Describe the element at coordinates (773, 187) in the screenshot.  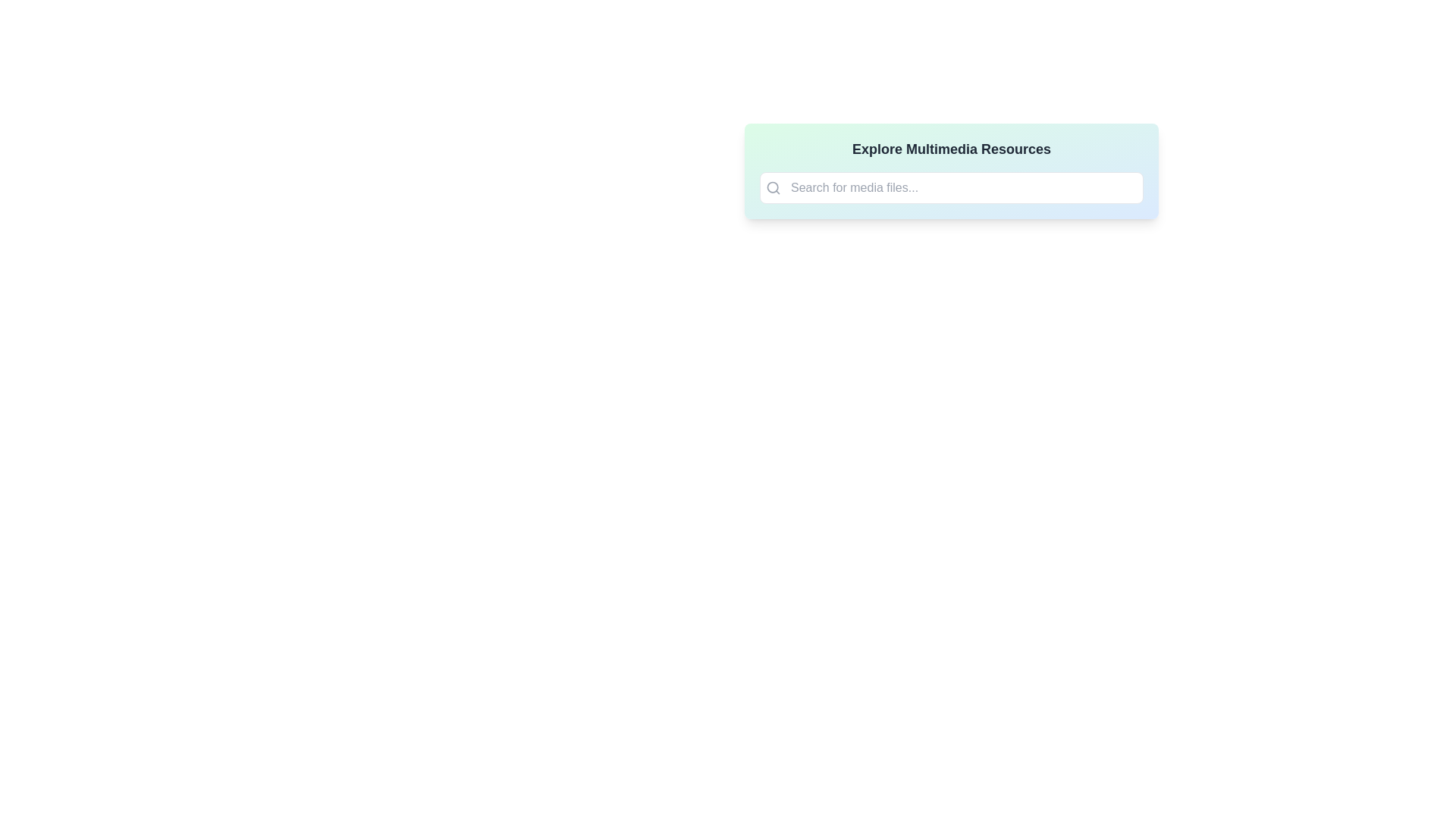
I see `the decorative element representing the lens of the magnifying glass in the search icon, located near the top-left corner of the icon` at that location.